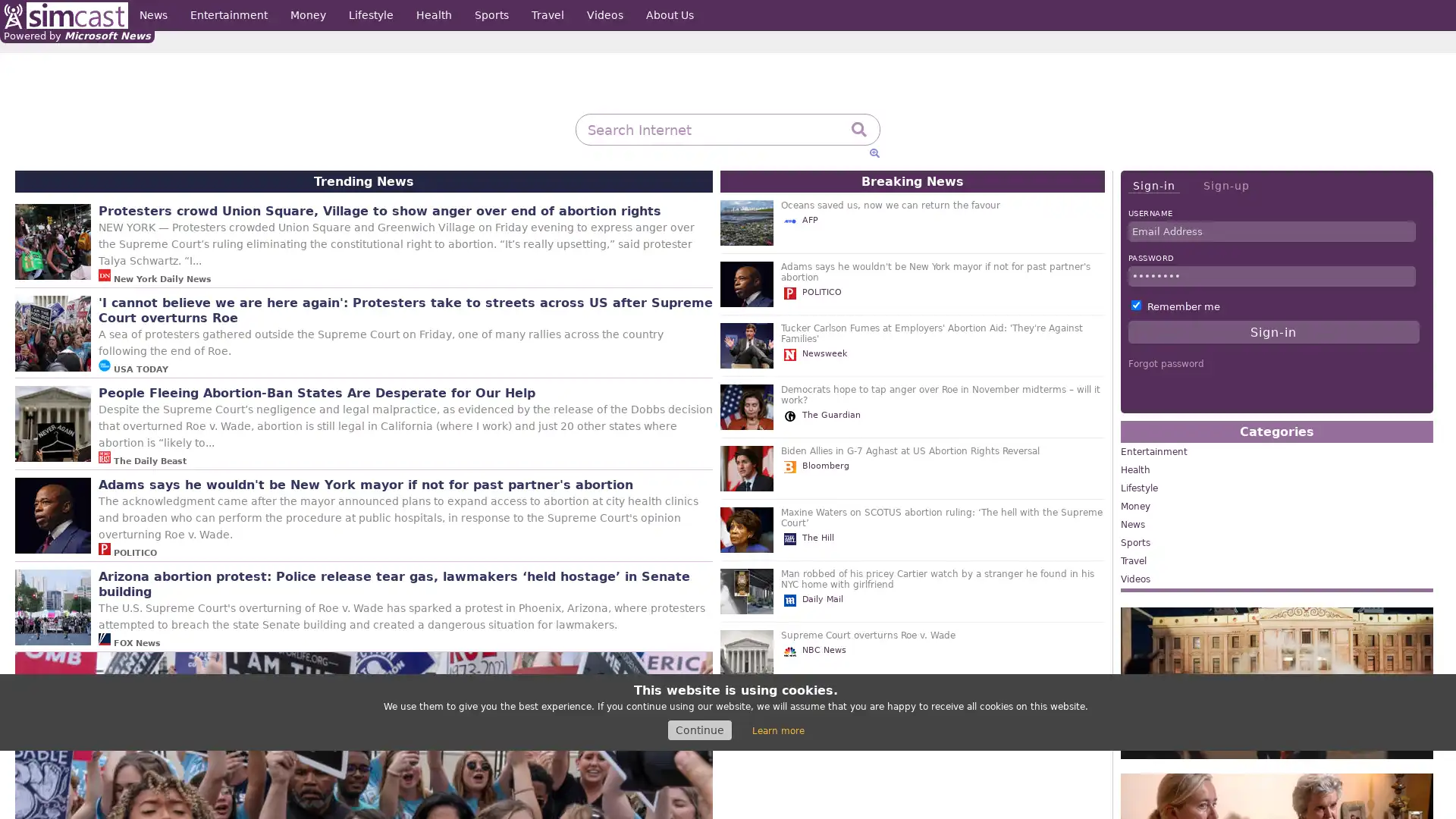 The width and height of the screenshot is (1456, 819). I want to click on Sign-in, so click(1153, 185).